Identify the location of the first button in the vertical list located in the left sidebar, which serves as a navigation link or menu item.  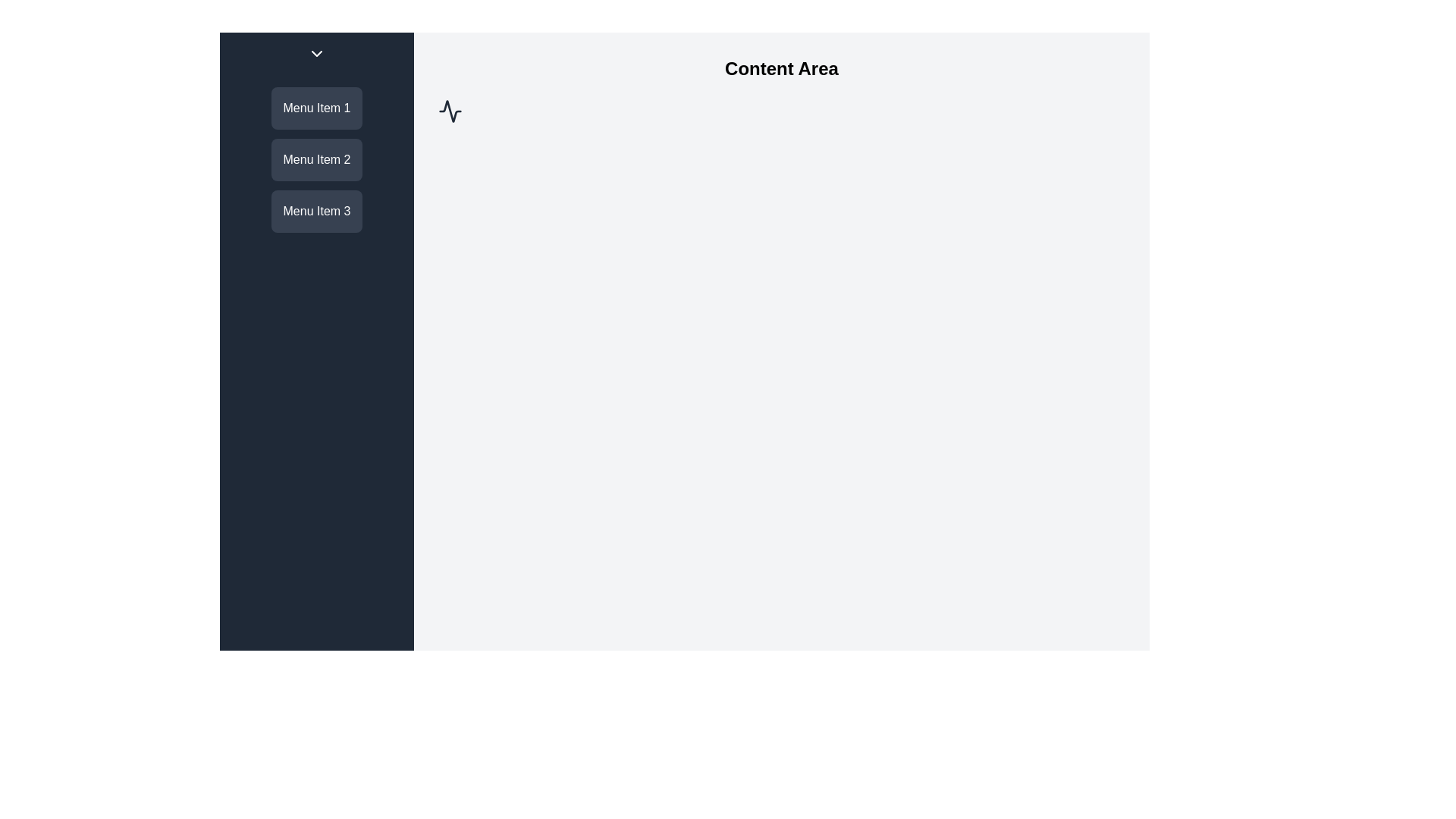
(315, 107).